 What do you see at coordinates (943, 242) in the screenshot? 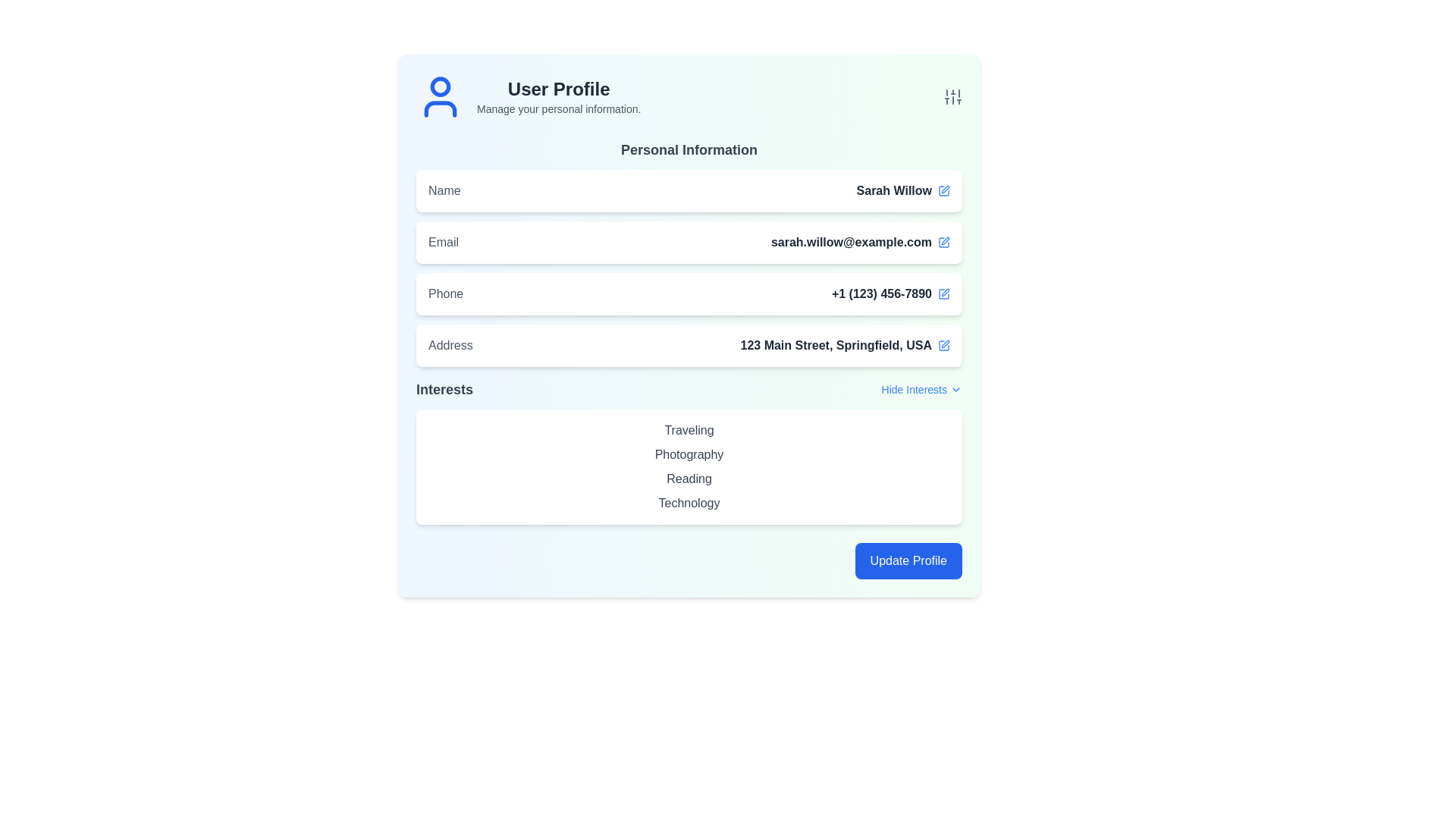
I see `the edit icon located at the far right of the email information row, next to 'sarah.willow@example.com', to initiate the editing of the email address` at bounding box center [943, 242].